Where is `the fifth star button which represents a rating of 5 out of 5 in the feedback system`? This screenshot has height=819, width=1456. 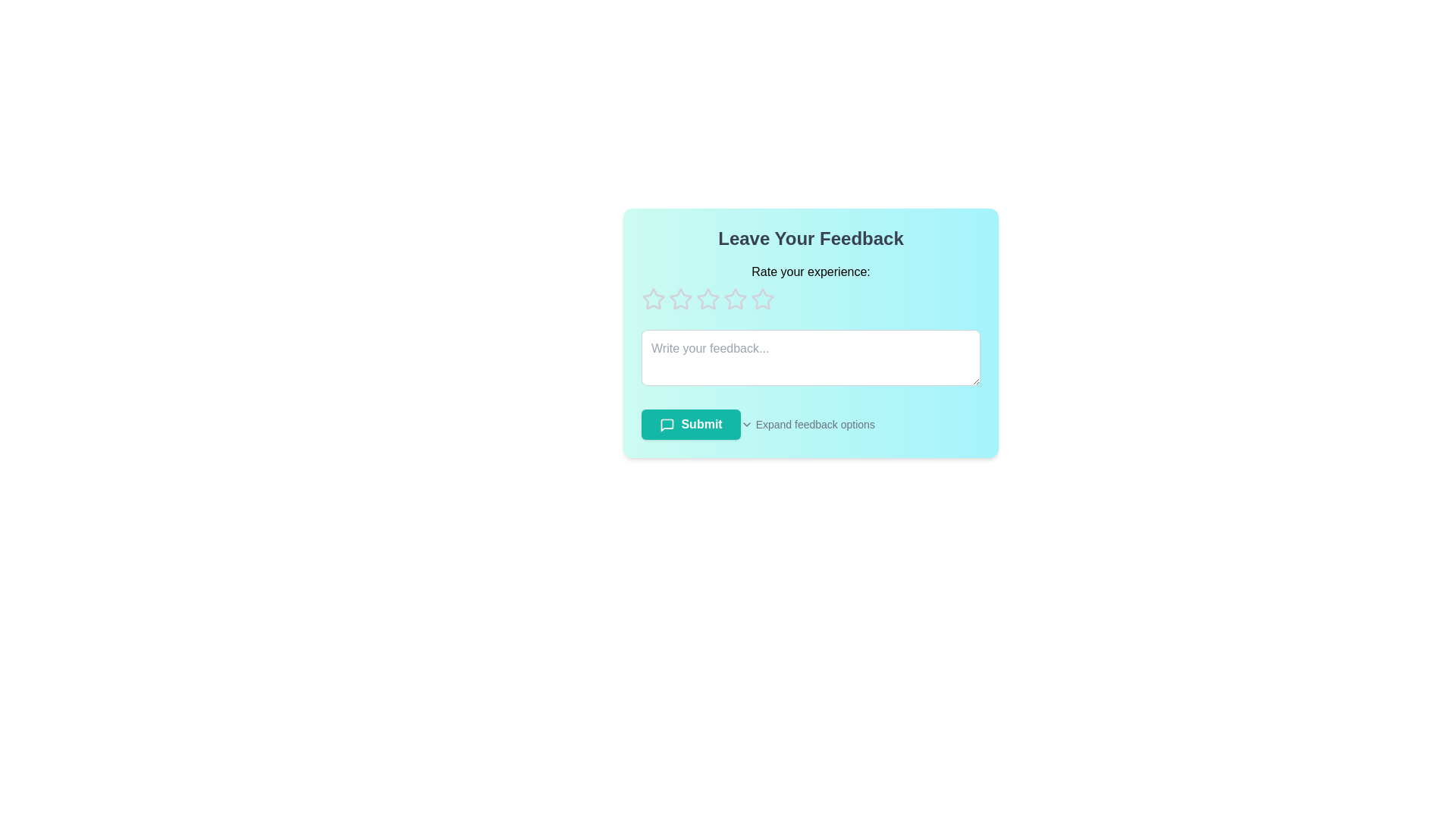
the fifth star button which represents a rating of 5 out of 5 in the feedback system is located at coordinates (763, 299).